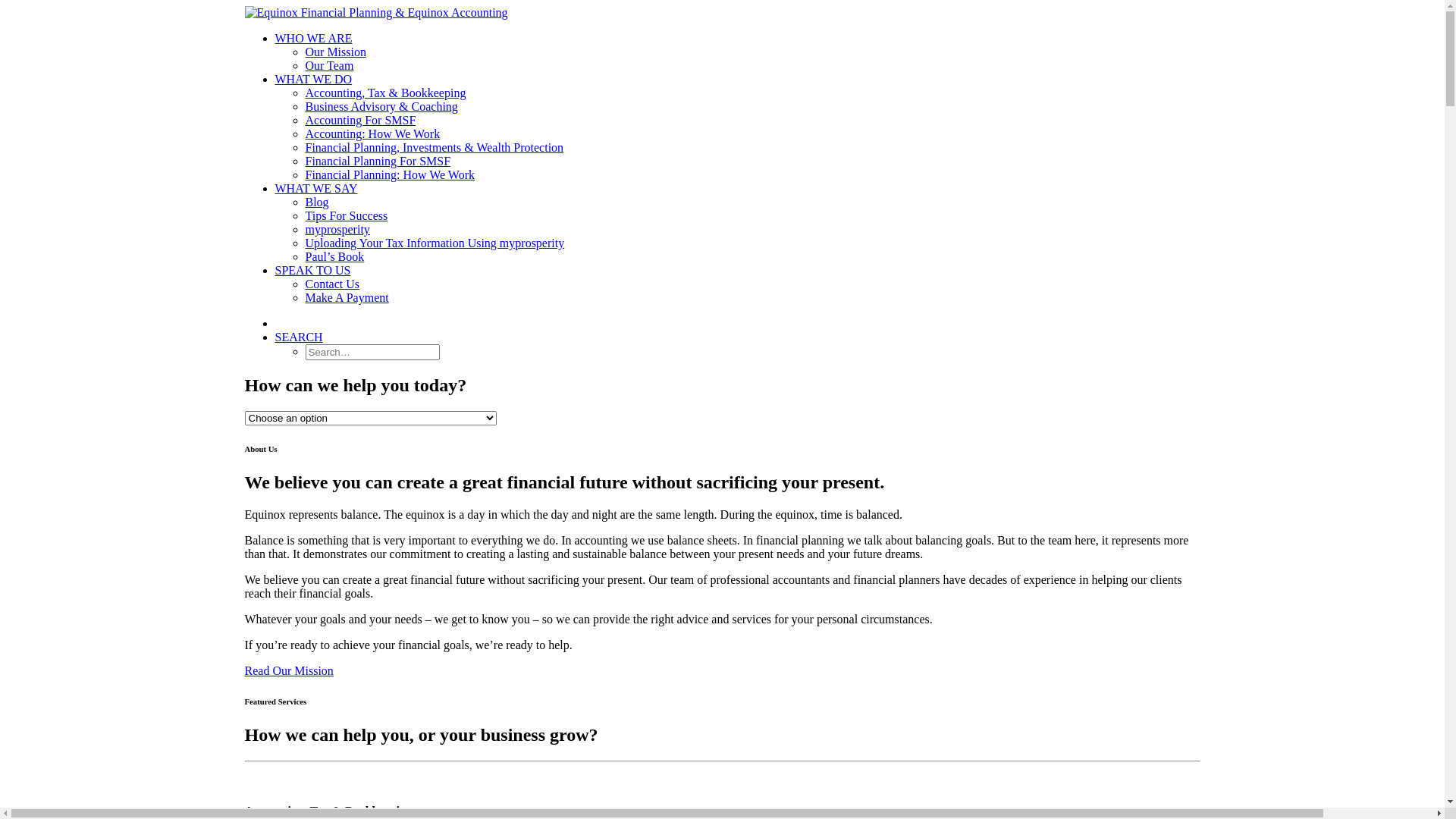  What do you see at coordinates (381, 105) in the screenshot?
I see `'Business Advisory & Coaching'` at bounding box center [381, 105].